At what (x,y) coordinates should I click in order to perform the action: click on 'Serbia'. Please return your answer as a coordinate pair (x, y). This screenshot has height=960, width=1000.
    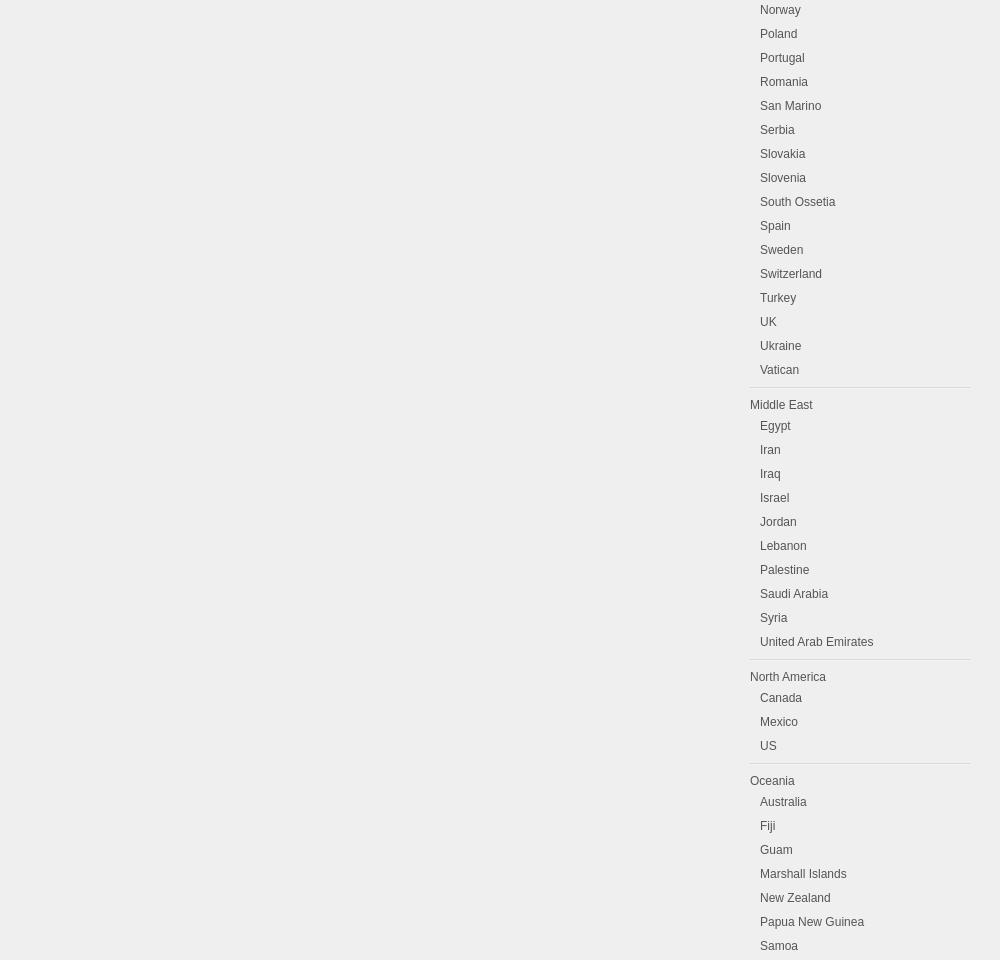
    Looking at the image, I should click on (777, 128).